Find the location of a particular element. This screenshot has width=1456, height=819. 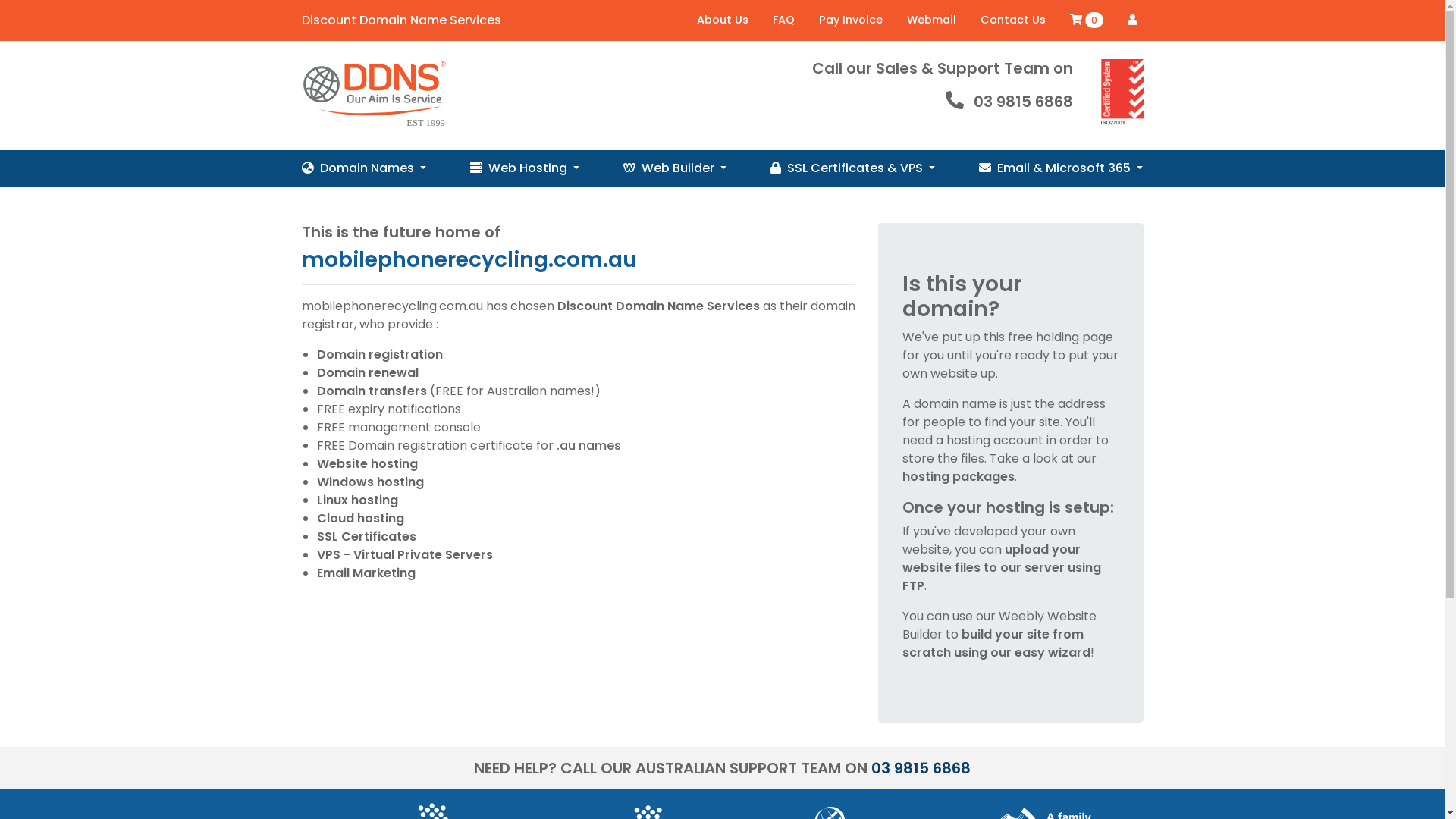

'Email & Microsoft 365' is located at coordinates (1059, 168).